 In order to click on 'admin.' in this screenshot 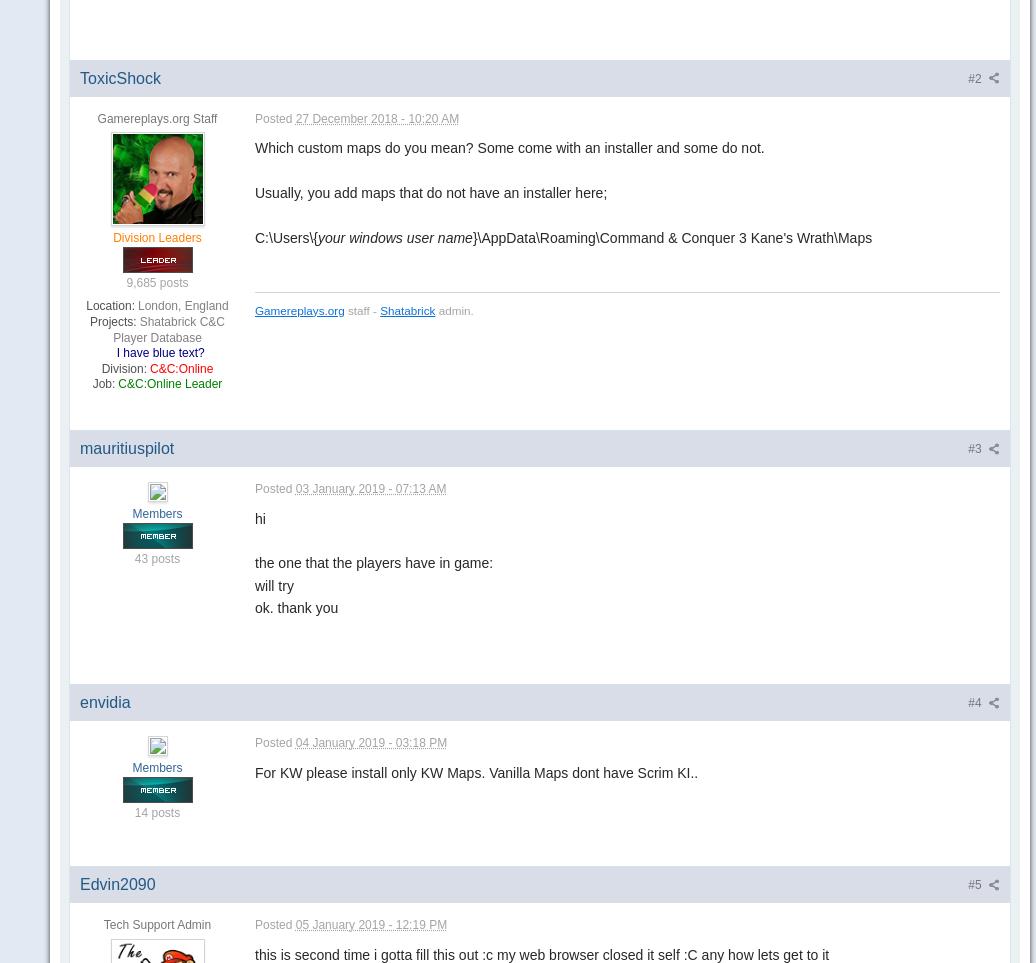, I will do `click(453, 309)`.